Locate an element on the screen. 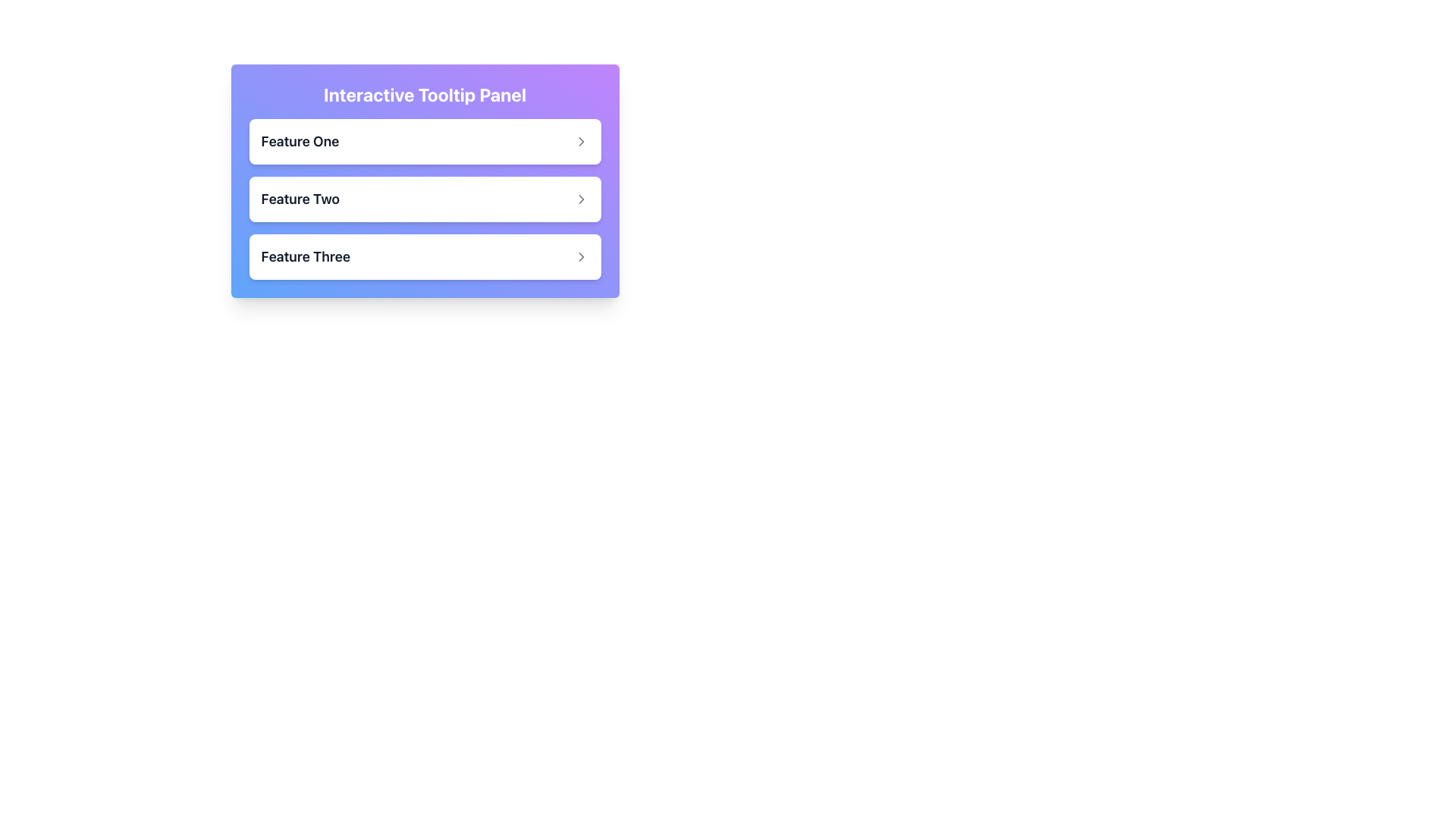  the first selectable list item labeled 'Feature One' in the 'Interactive Tooltip Panel' is located at coordinates (425, 141).